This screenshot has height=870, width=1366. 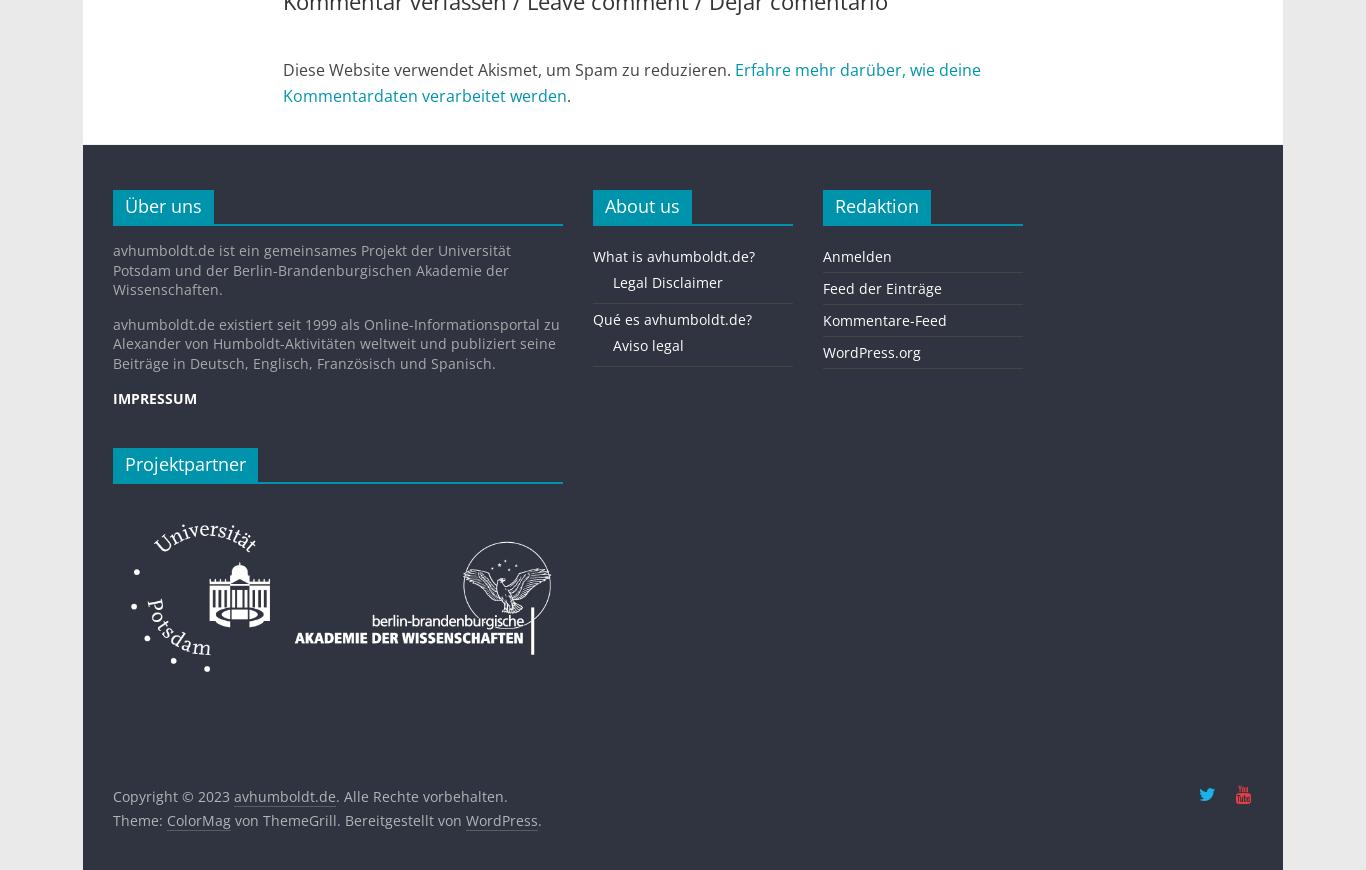 What do you see at coordinates (647, 344) in the screenshot?
I see `'Aviso legal'` at bounding box center [647, 344].